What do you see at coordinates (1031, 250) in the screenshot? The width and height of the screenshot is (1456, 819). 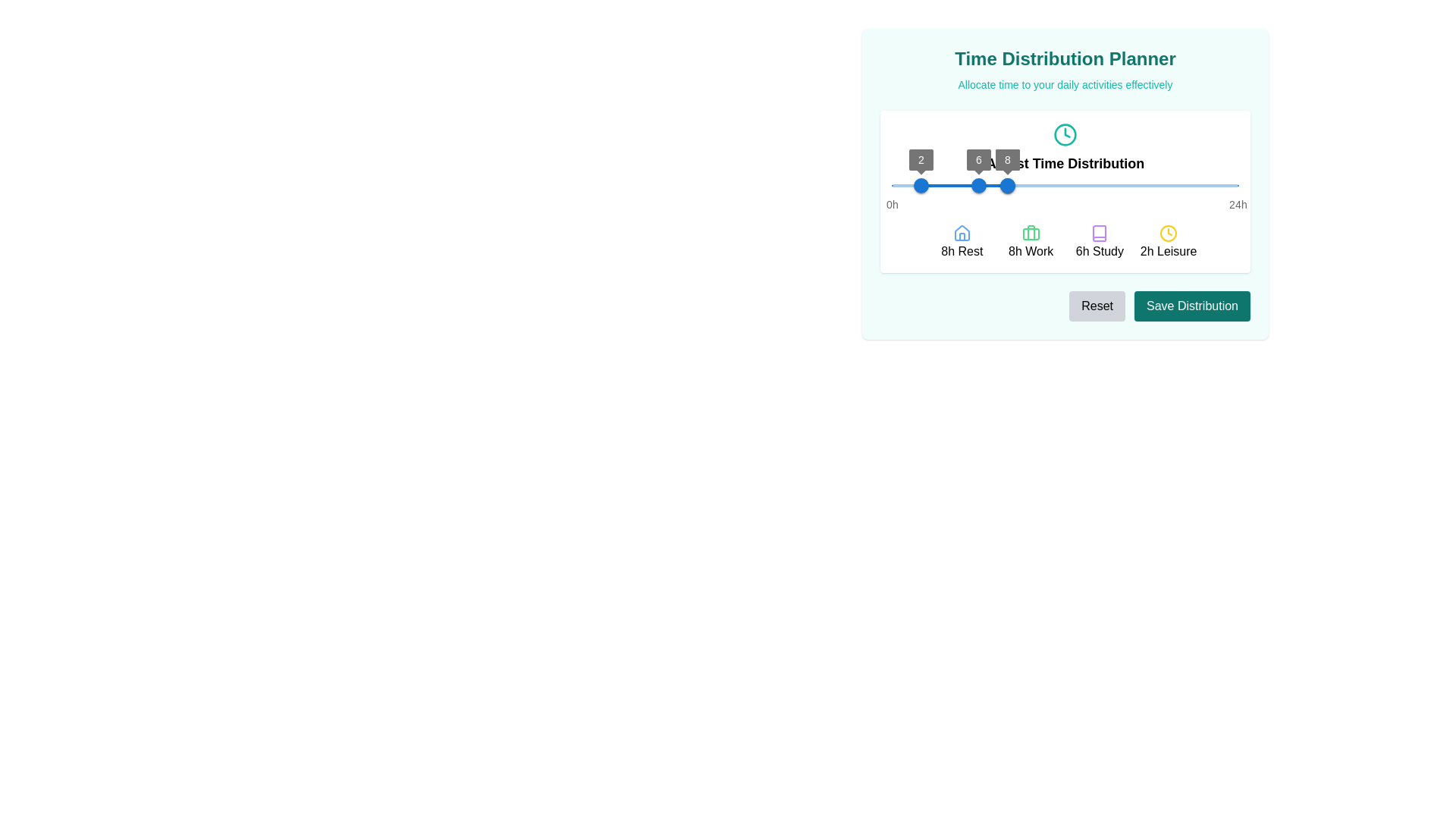 I see `the '8h Work' text label, which is displayed in bold black font and positioned beneath the green briefcase icon in the 'Time Distribution Planner' interface` at bounding box center [1031, 250].